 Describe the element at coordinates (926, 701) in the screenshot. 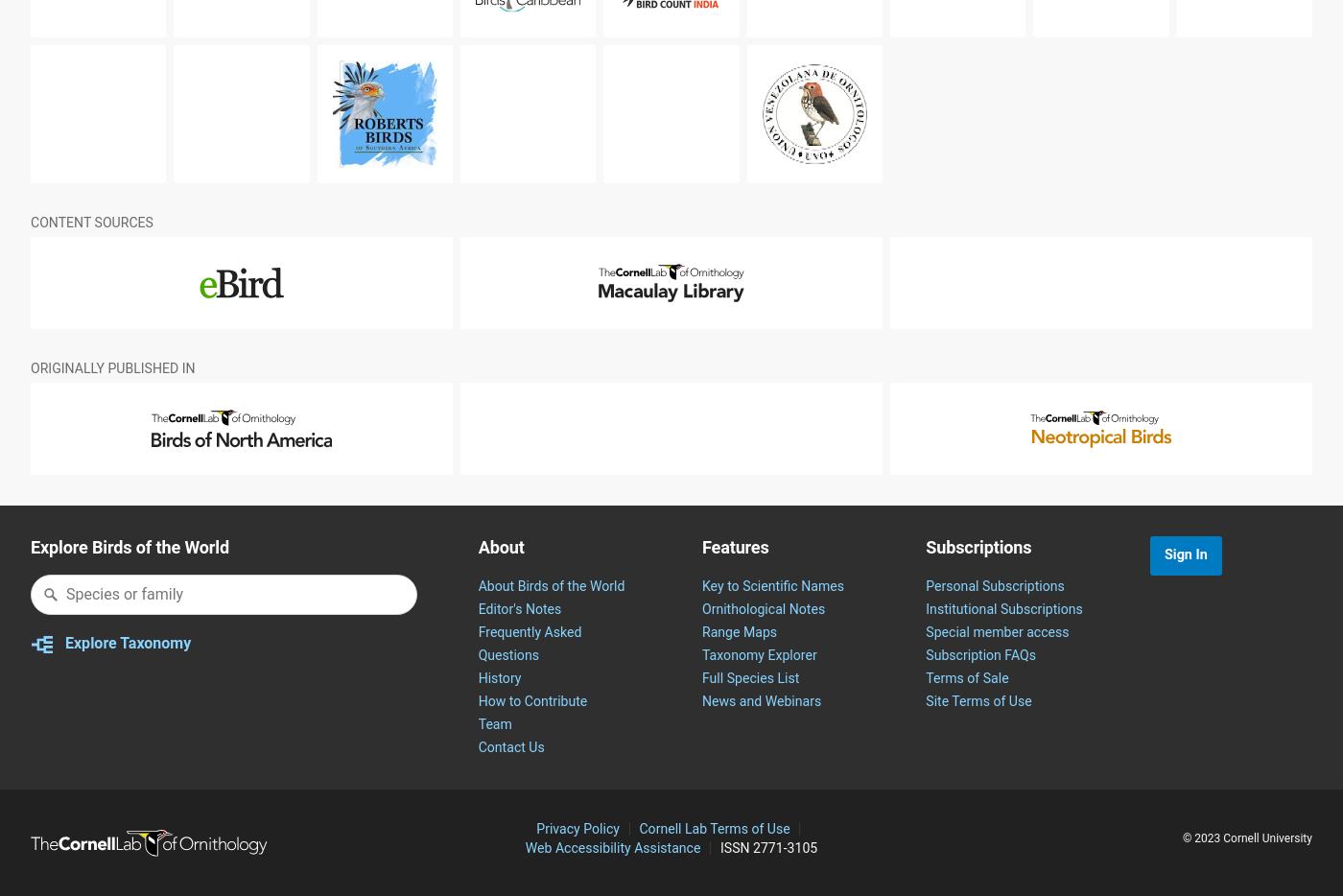

I see `'Subscription FAQs'` at that location.